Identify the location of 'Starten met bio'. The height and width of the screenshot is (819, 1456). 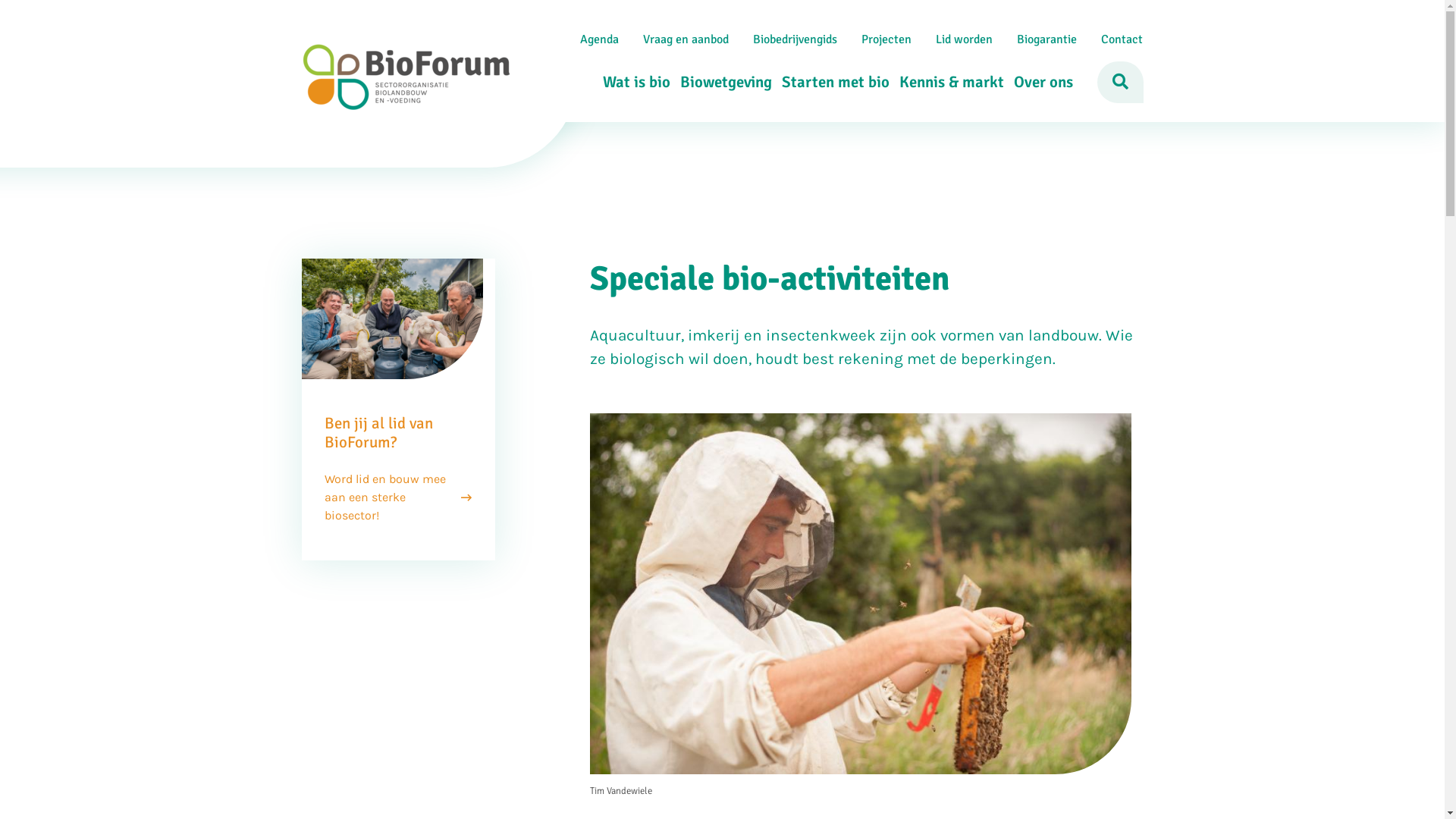
(830, 82).